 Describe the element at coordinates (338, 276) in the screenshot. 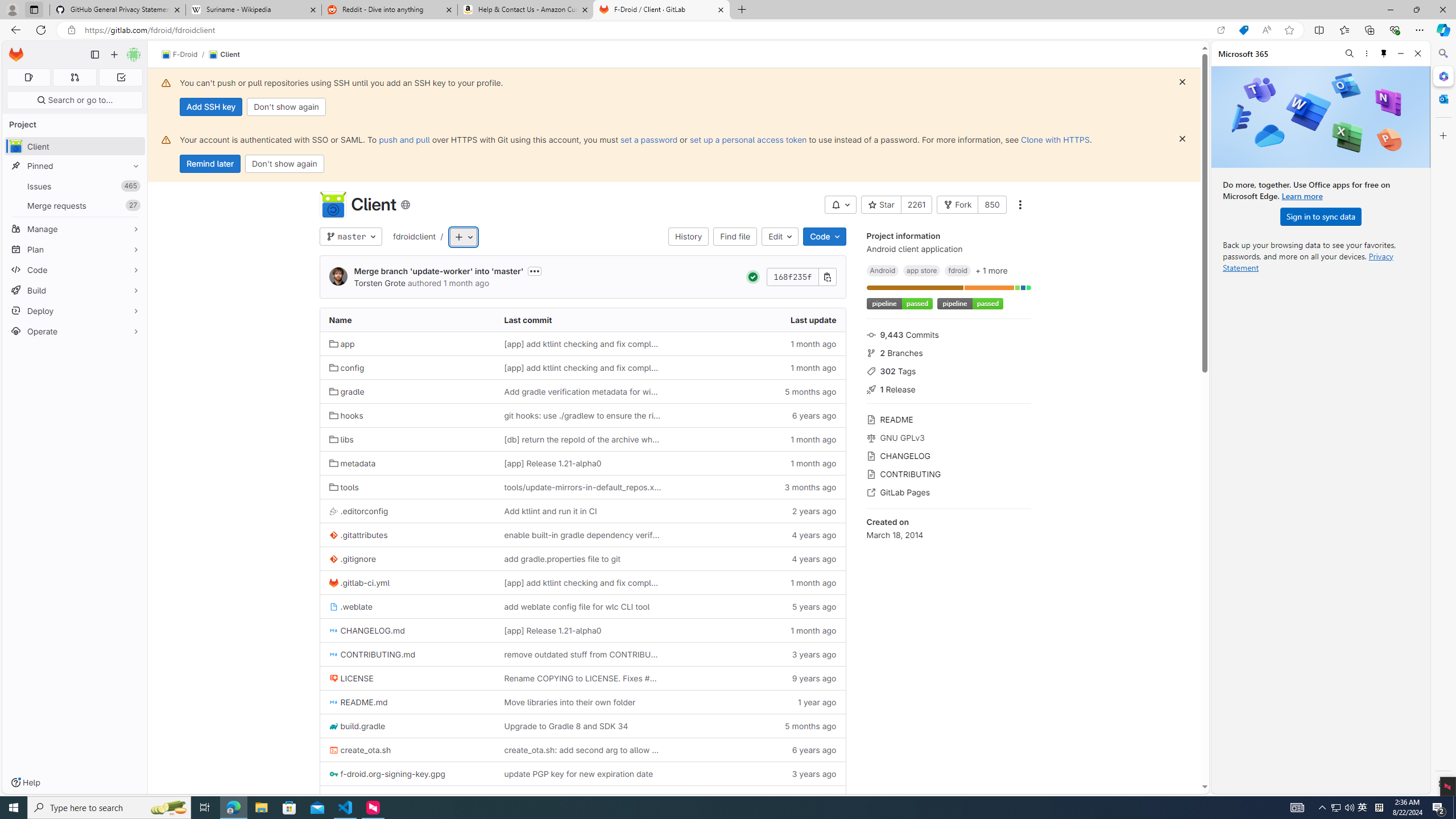

I see `'Torsten Grote'` at that location.